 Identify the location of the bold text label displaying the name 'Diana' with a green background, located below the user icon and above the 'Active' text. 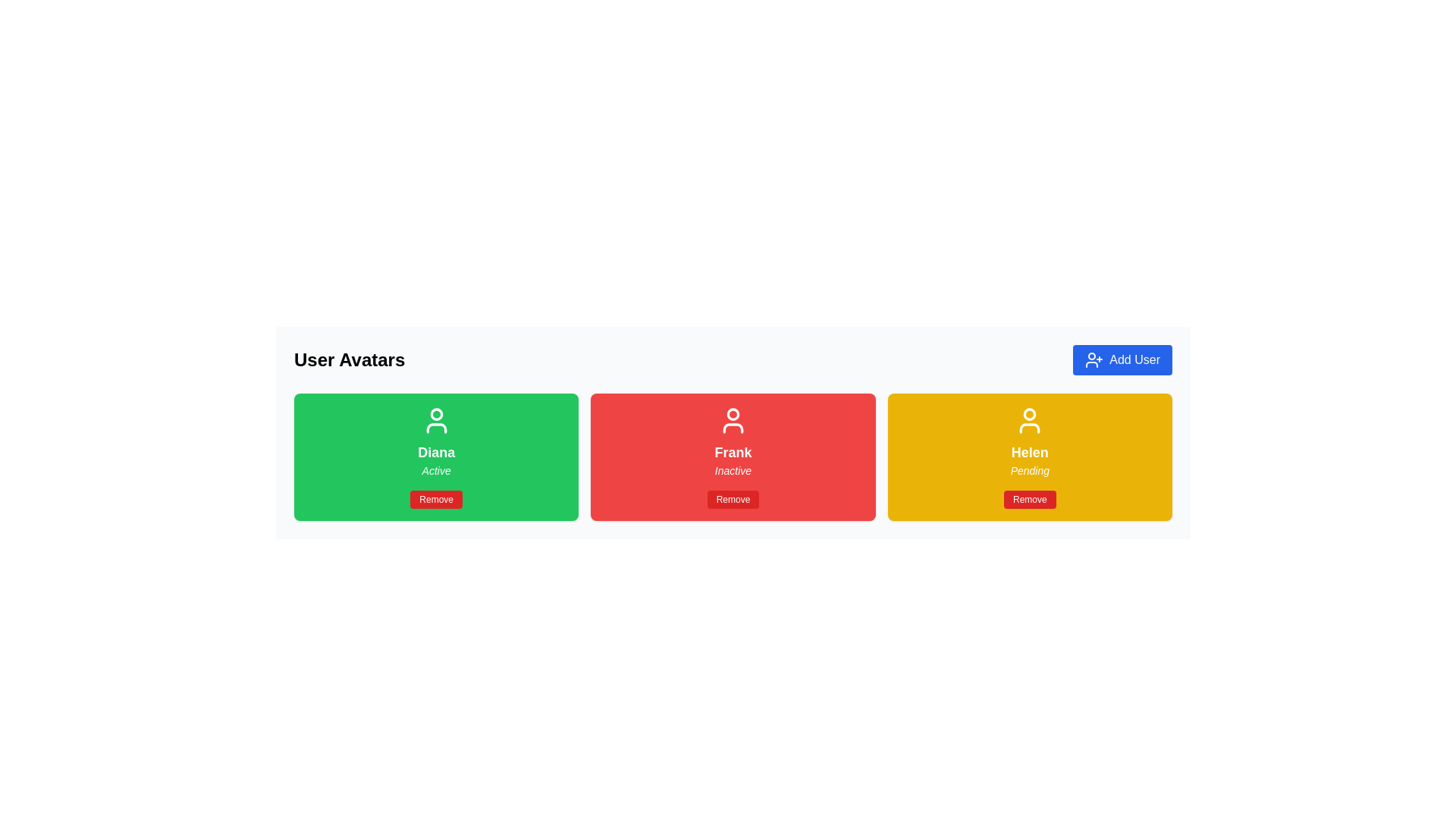
(435, 452).